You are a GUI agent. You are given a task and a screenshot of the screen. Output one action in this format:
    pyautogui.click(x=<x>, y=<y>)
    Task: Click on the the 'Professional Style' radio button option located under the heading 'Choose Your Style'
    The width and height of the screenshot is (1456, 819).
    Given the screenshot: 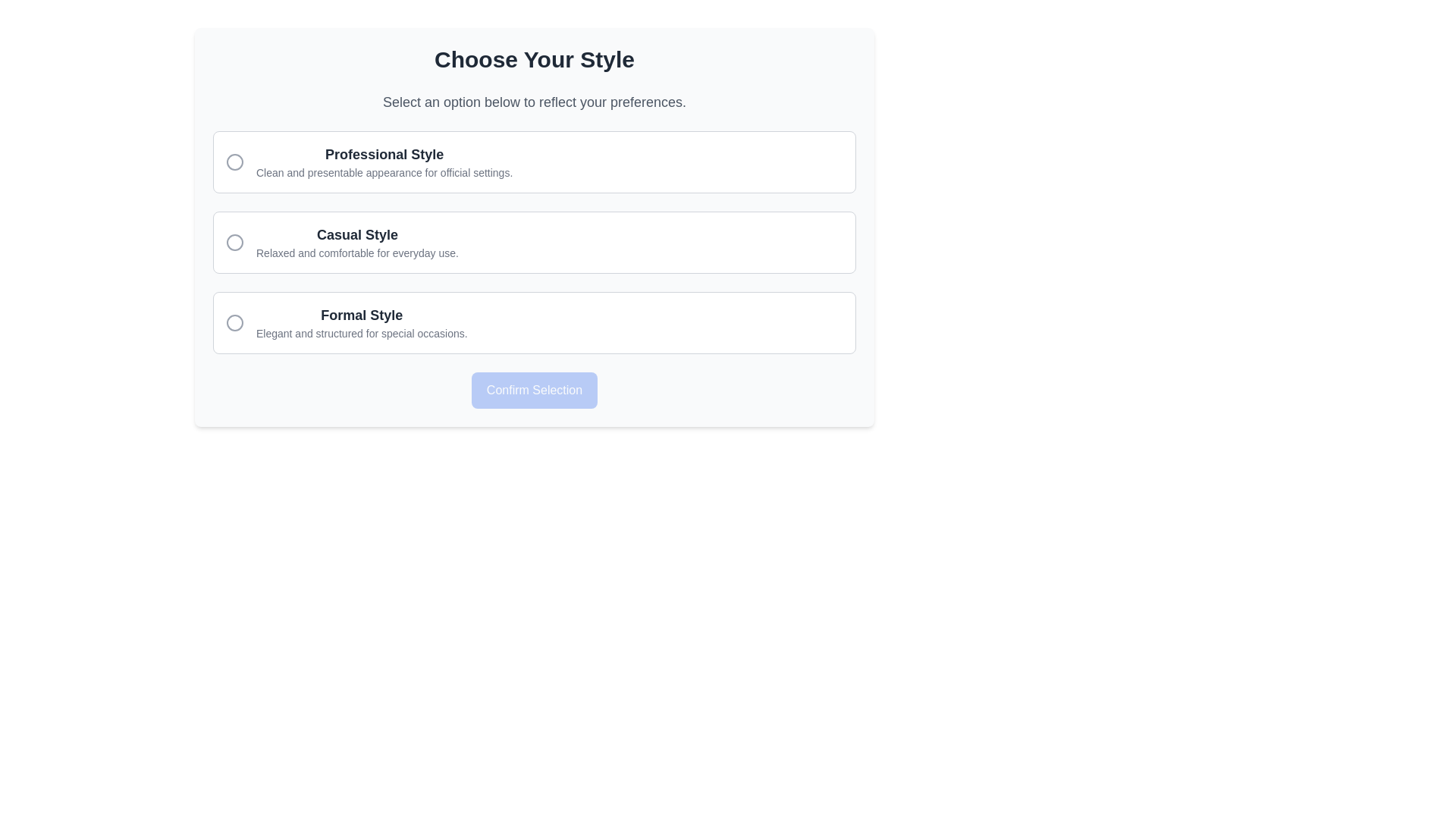 What is the action you would take?
    pyautogui.click(x=384, y=162)
    